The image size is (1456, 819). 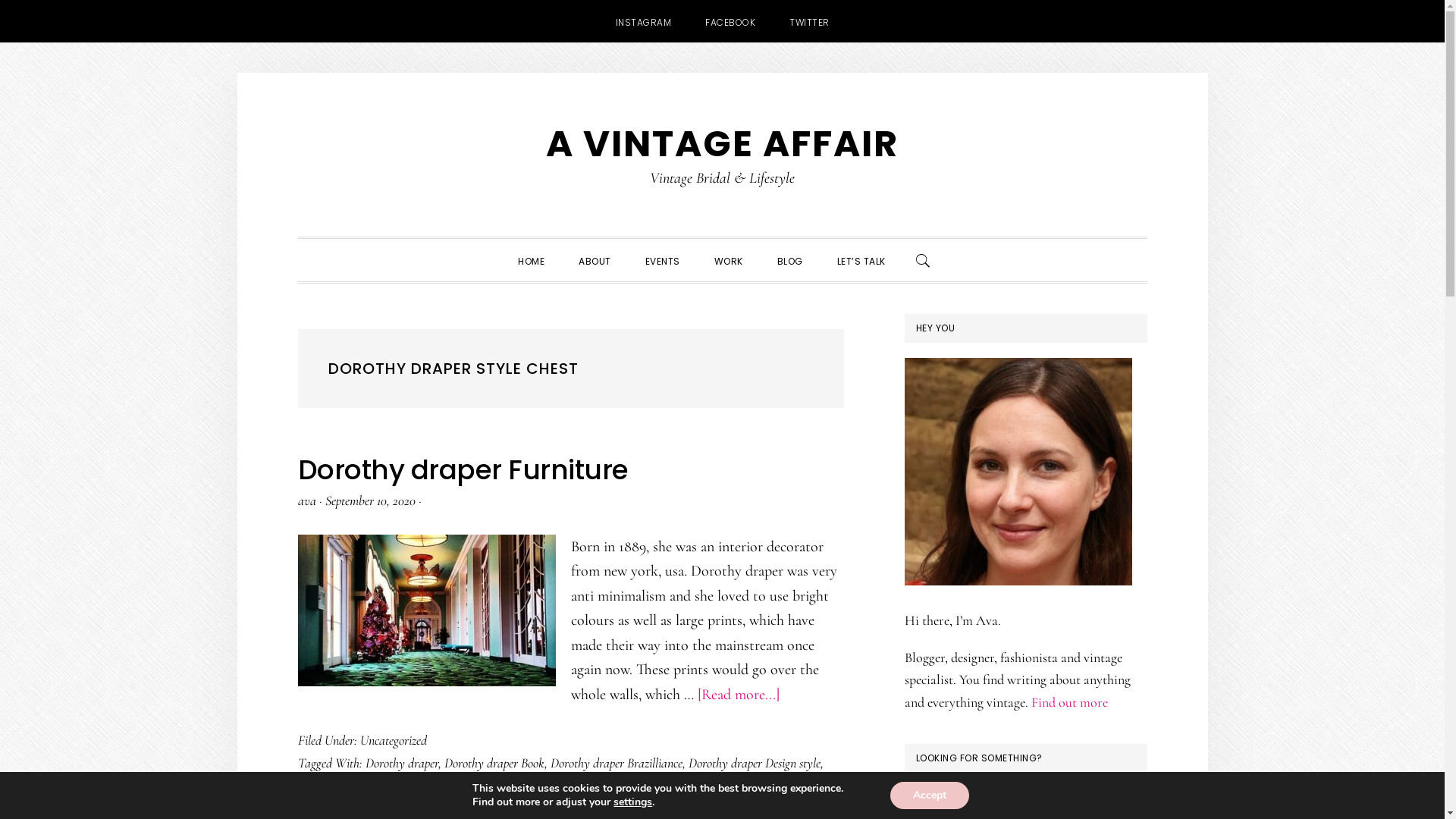 What do you see at coordinates (739, 694) in the screenshot?
I see `'[Read more...]` at bounding box center [739, 694].